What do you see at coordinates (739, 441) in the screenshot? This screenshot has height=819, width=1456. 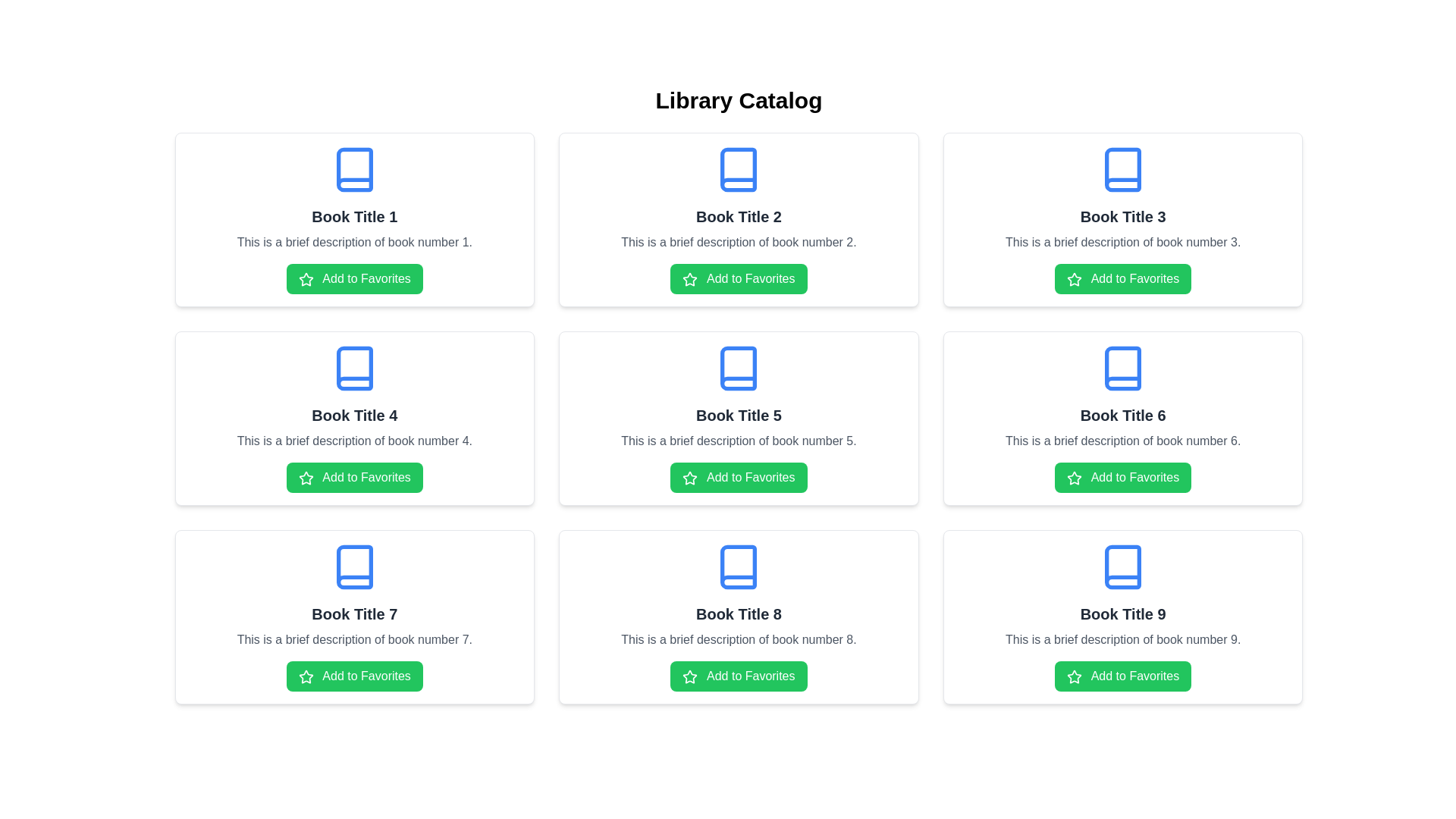 I see `the text label styled with gray font color that contains the text 'This is a brief description of book number 5.' located within the card presenting 'Book Title 5.'` at bounding box center [739, 441].